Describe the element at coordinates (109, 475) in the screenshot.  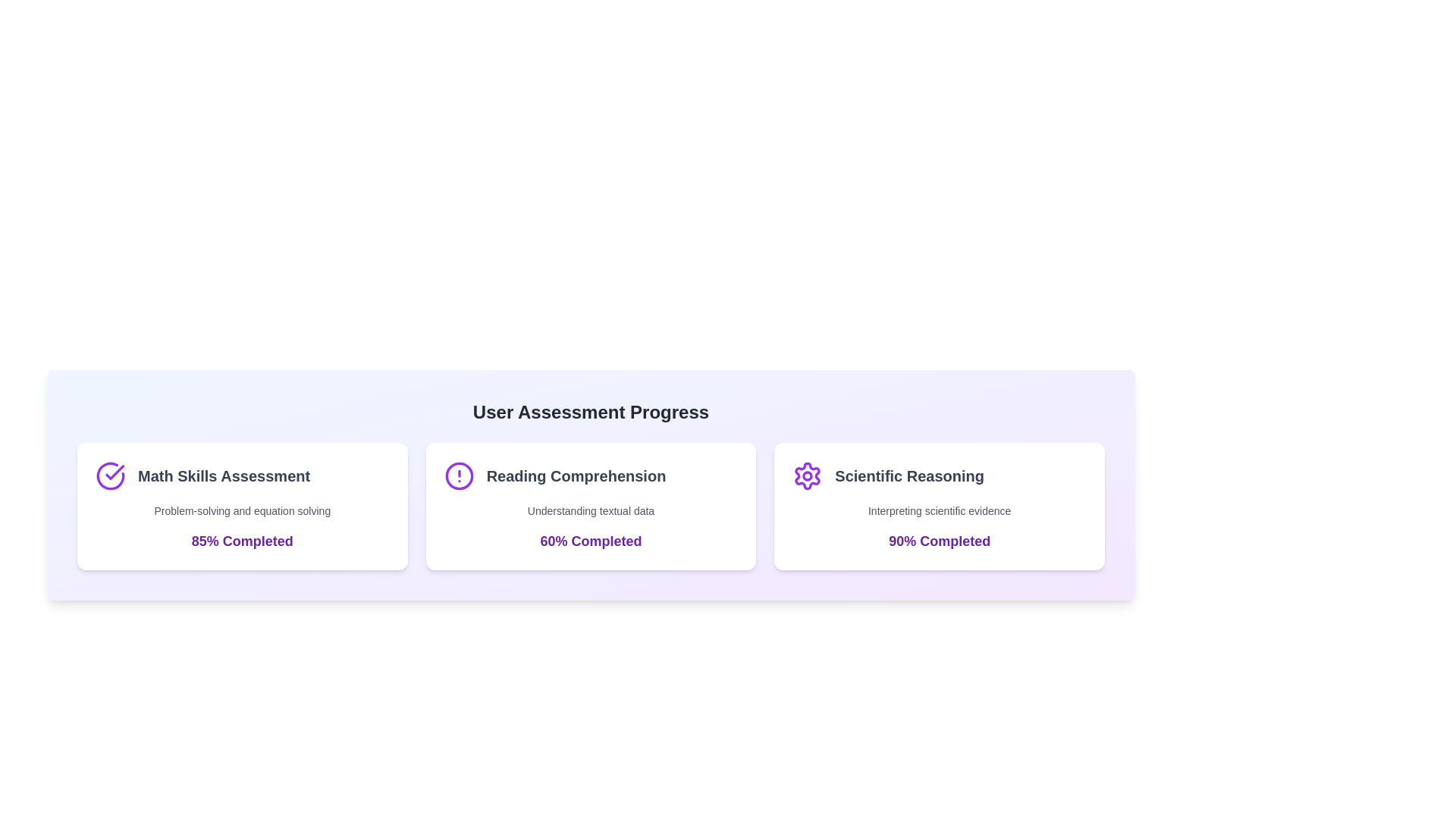
I see `the circular purple checkmark icon located to the left of the 'Math Skills Assessment' heading` at that location.